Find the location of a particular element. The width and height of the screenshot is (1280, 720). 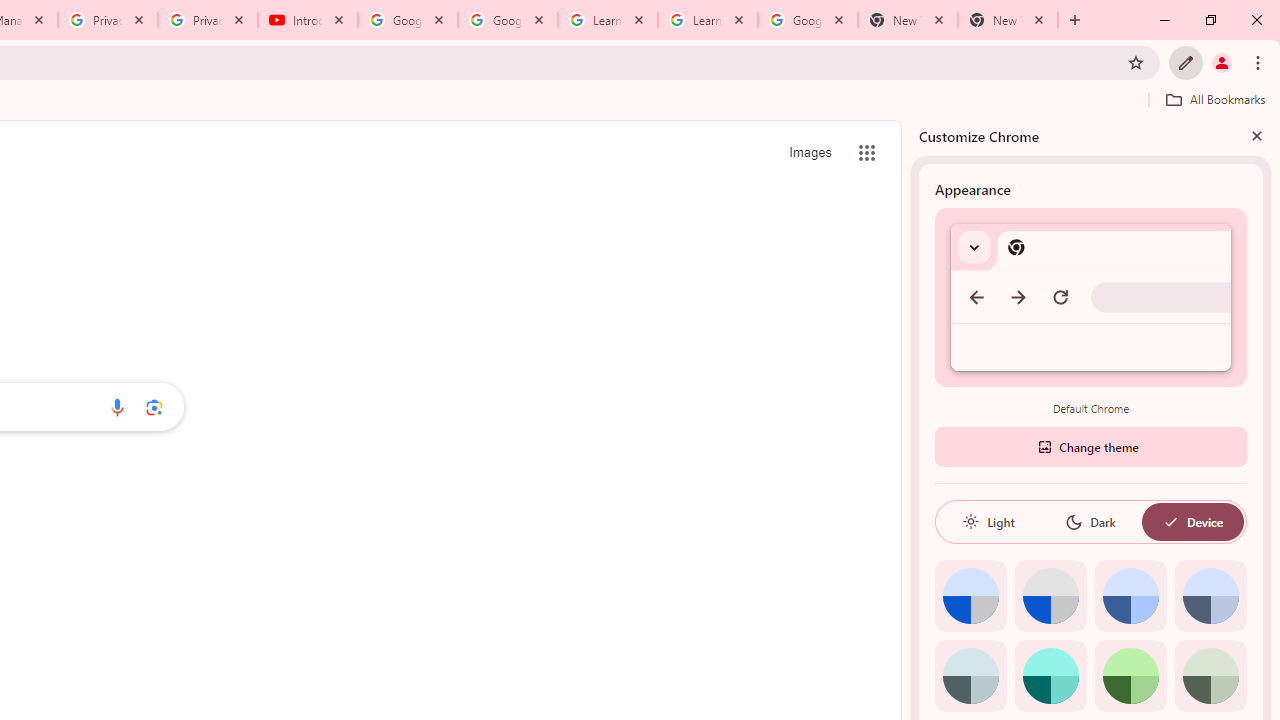

'Viridian' is located at coordinates (1209, 675).